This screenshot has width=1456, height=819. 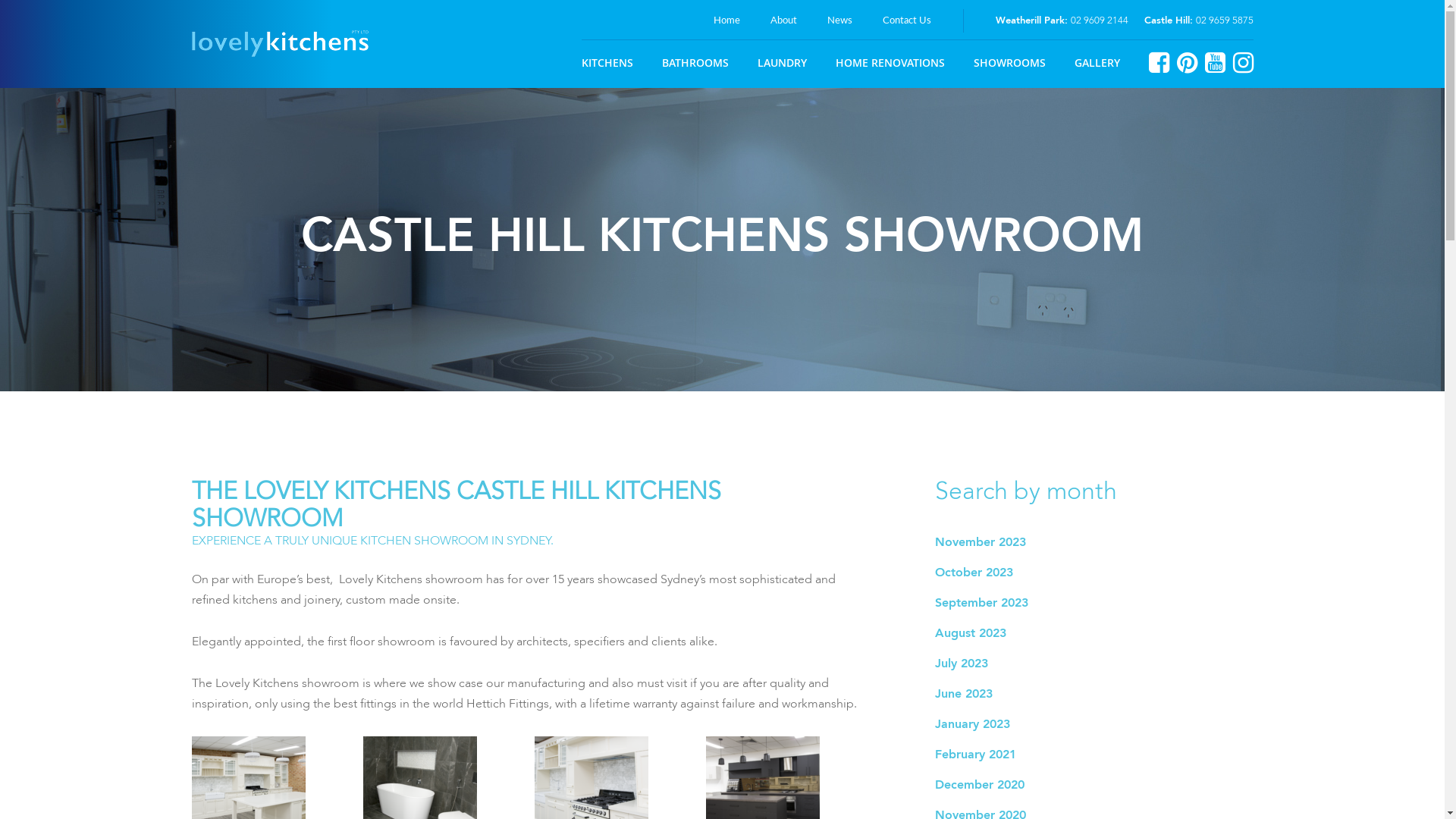 I want to click on 'News', so click(x=839, y=20).